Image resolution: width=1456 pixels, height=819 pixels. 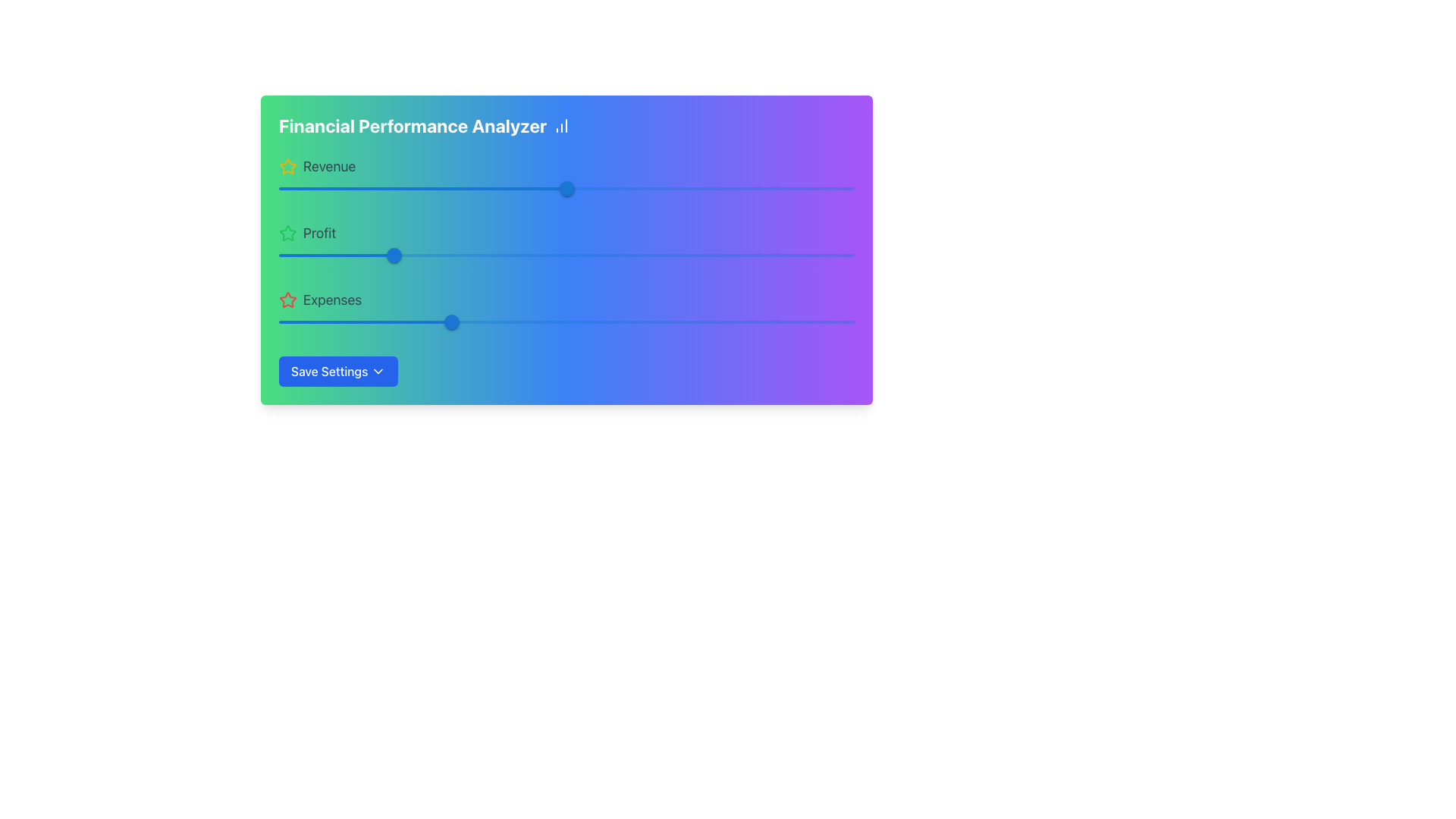 I want to click on slider value, so click(x=392, y=254).